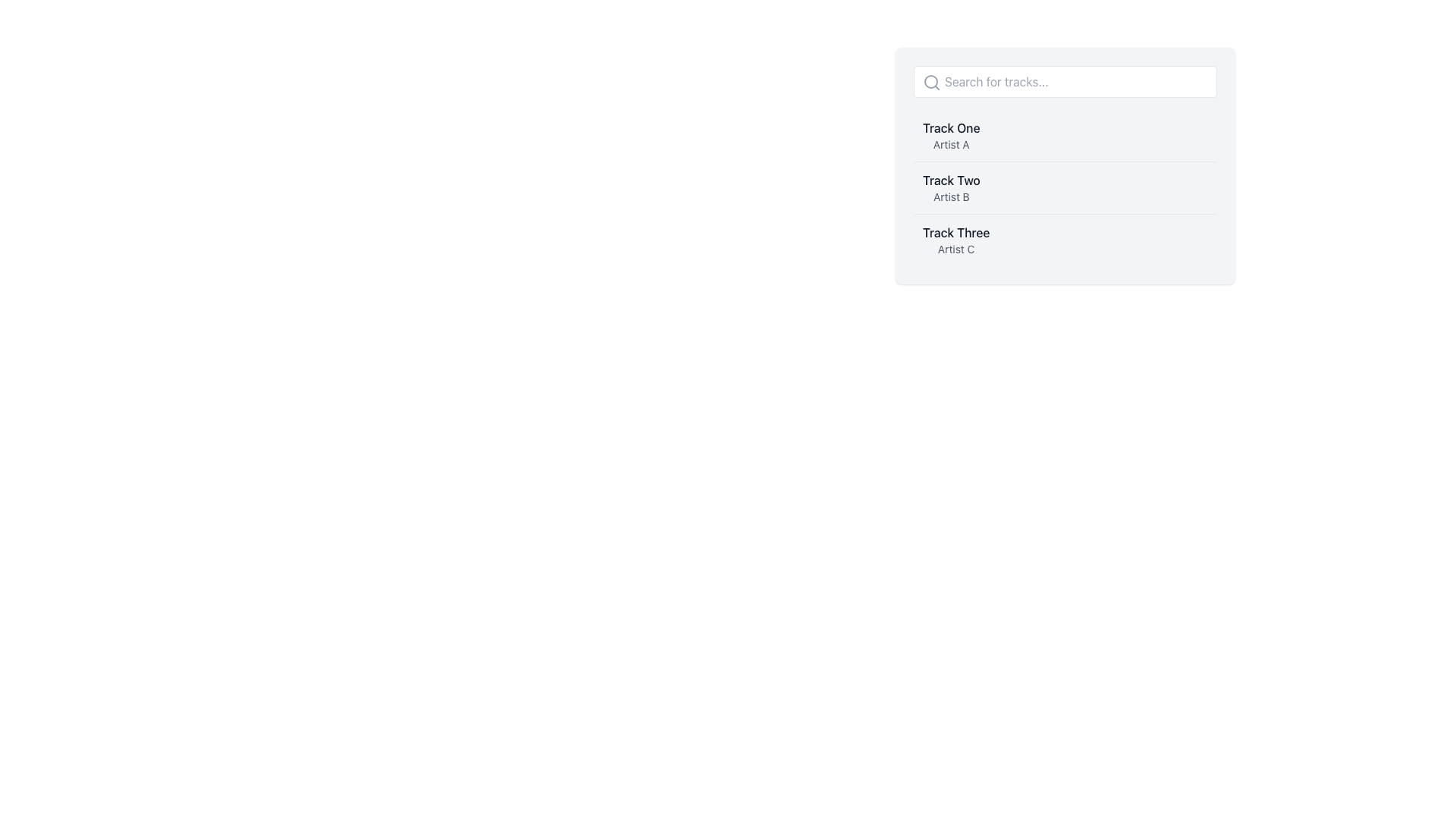 The width and height of the screenshot is (1456, 819). I want to click on the text label displaying 'Track One', so click(950, 127).